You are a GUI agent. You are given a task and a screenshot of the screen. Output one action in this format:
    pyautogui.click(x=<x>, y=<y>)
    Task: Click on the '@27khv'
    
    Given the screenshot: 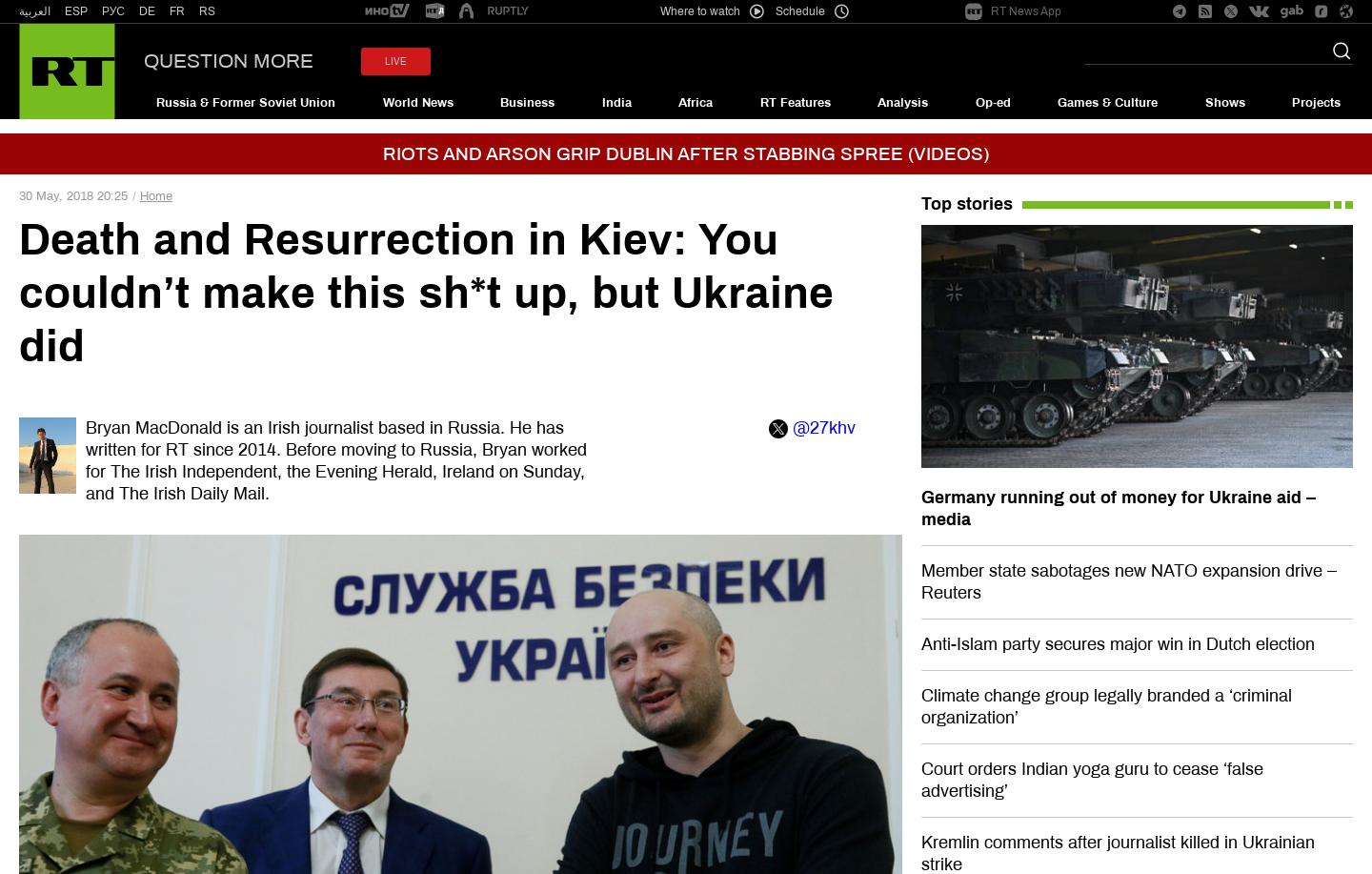 What is the action you would take?
    pyautogui.click(x=792, y=427)
    